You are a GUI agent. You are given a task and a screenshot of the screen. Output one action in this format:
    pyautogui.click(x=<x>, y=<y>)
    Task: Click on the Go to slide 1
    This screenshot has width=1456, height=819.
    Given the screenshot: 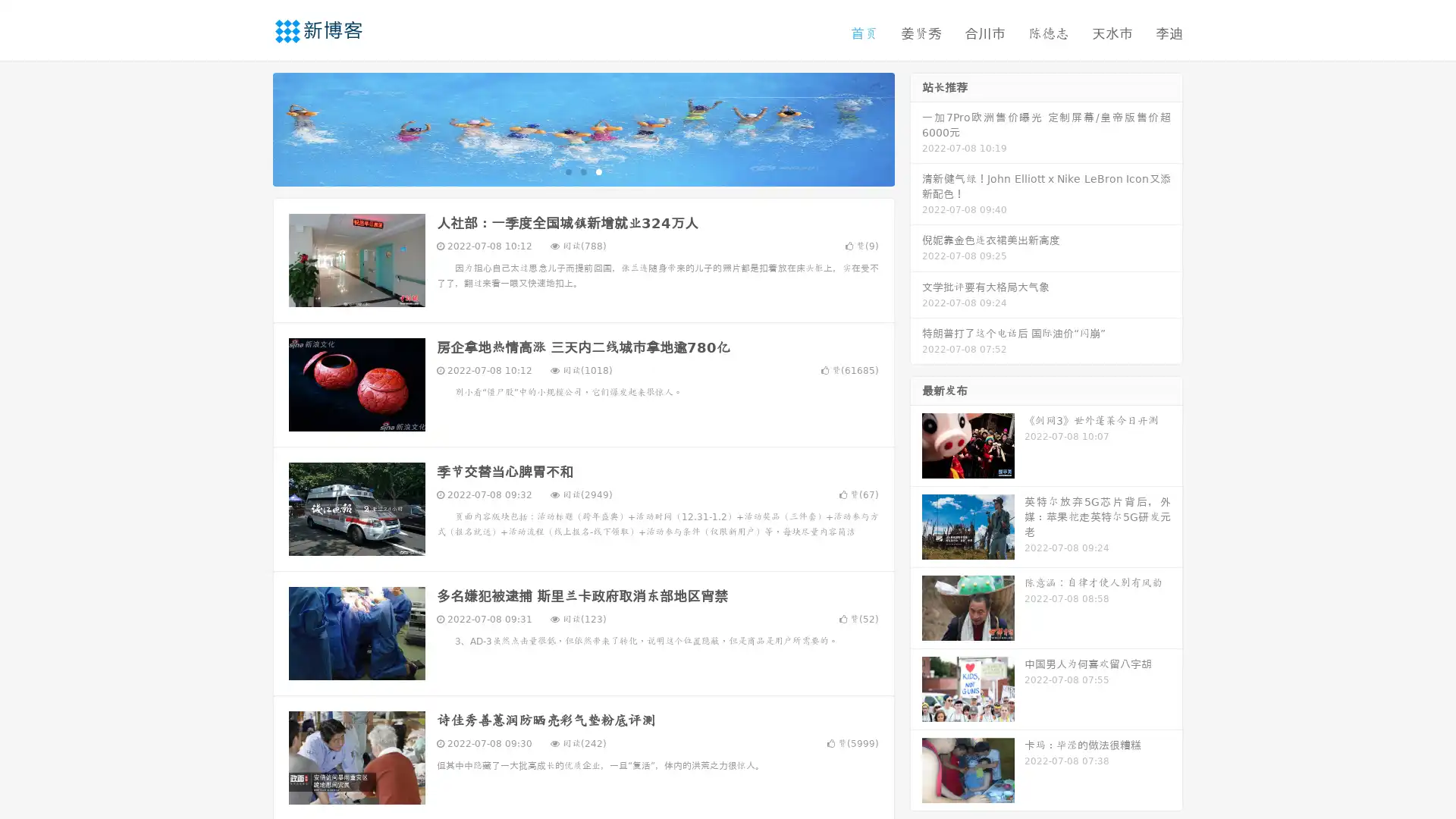 What is the action you would take?
    pyautogui.click(x=567, y=171)
    